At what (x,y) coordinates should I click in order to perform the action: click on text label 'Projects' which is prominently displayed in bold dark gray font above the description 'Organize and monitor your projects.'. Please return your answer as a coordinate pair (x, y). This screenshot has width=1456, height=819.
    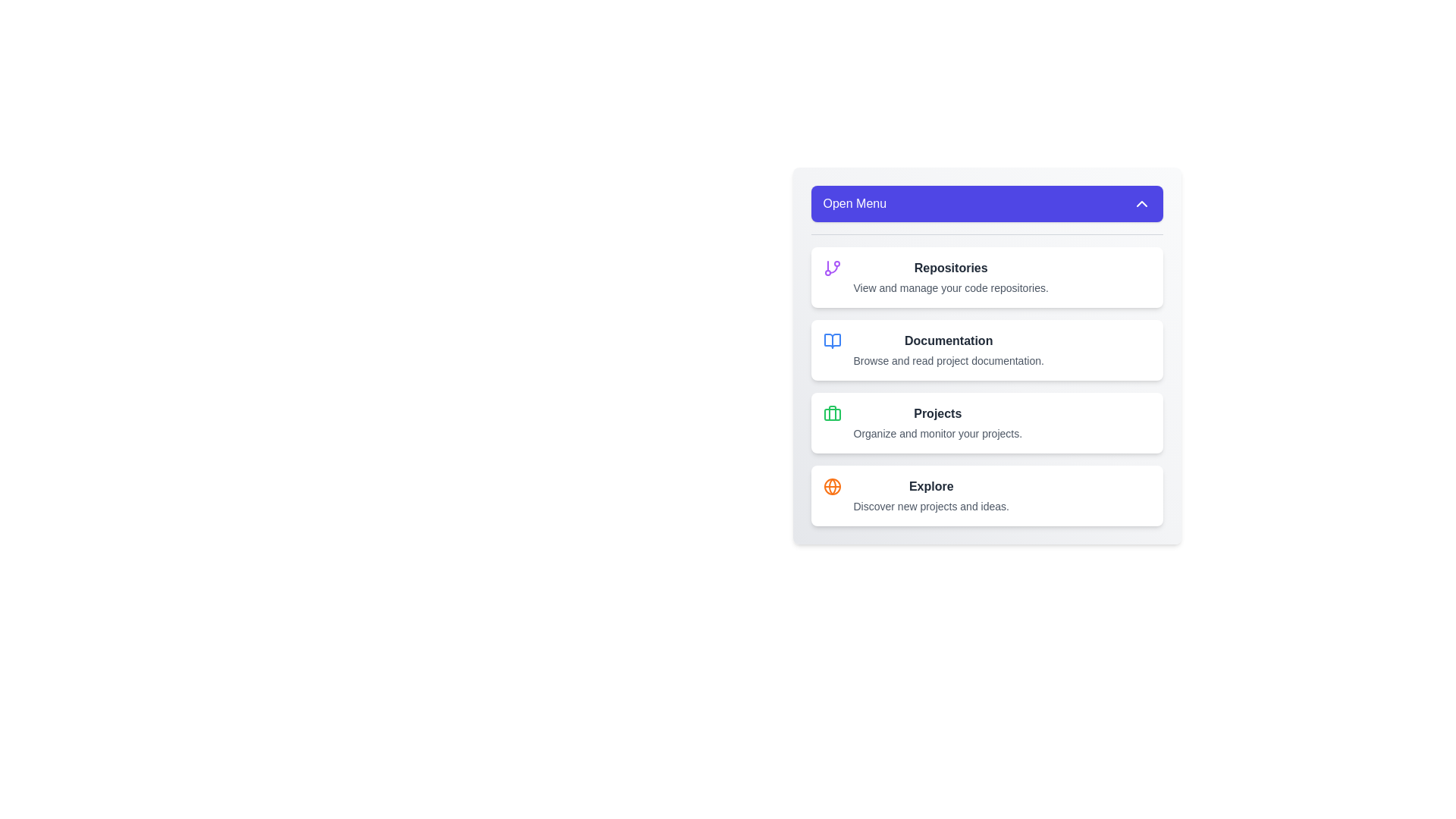
    Looking at the image, I should click on (937, 414).